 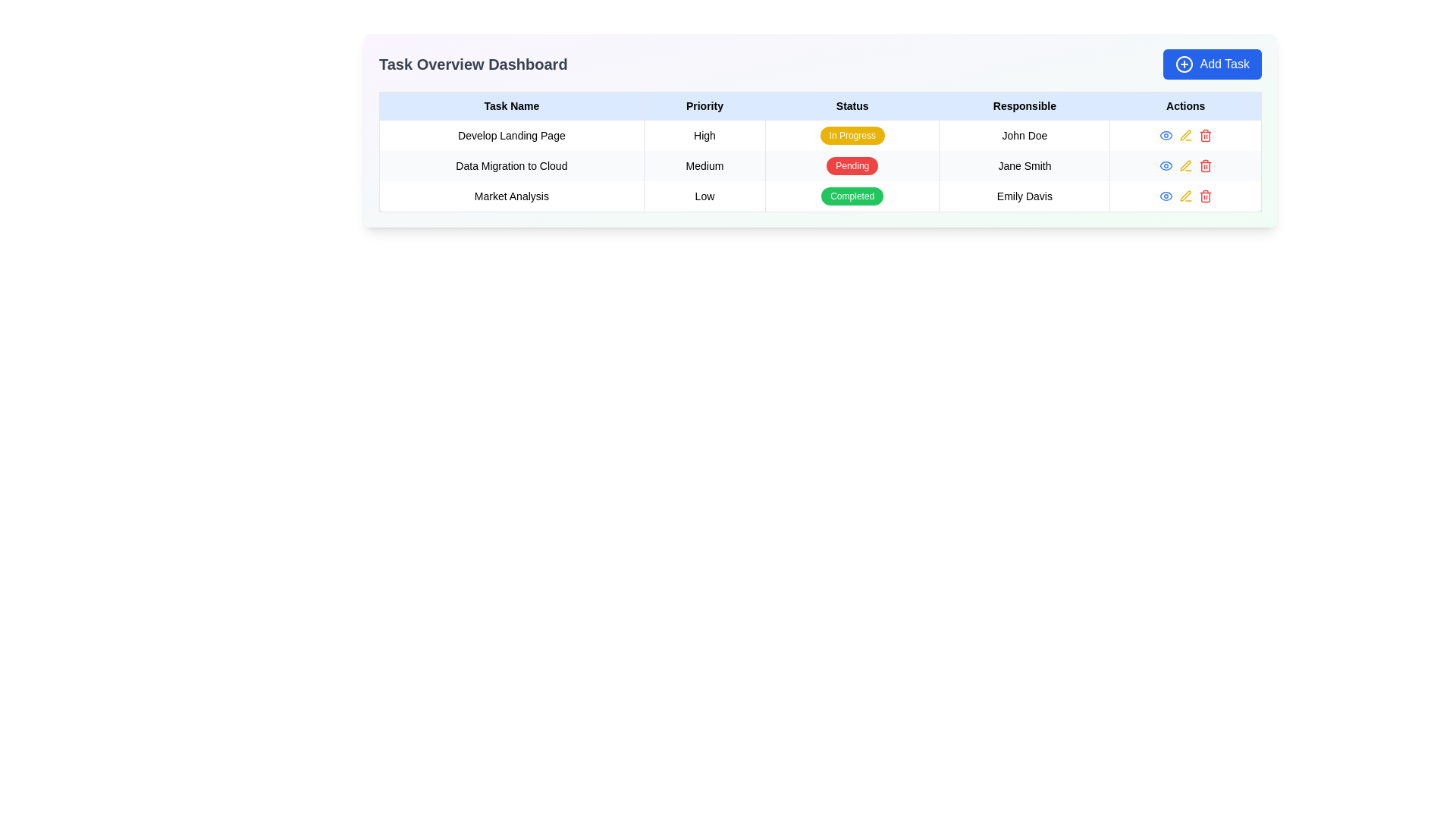 I want to click on the Status Badge indicating 'Pending' status for the 'Data Migration to Cloud' task located in the second row of the Status column, so click(x=852, y=166).